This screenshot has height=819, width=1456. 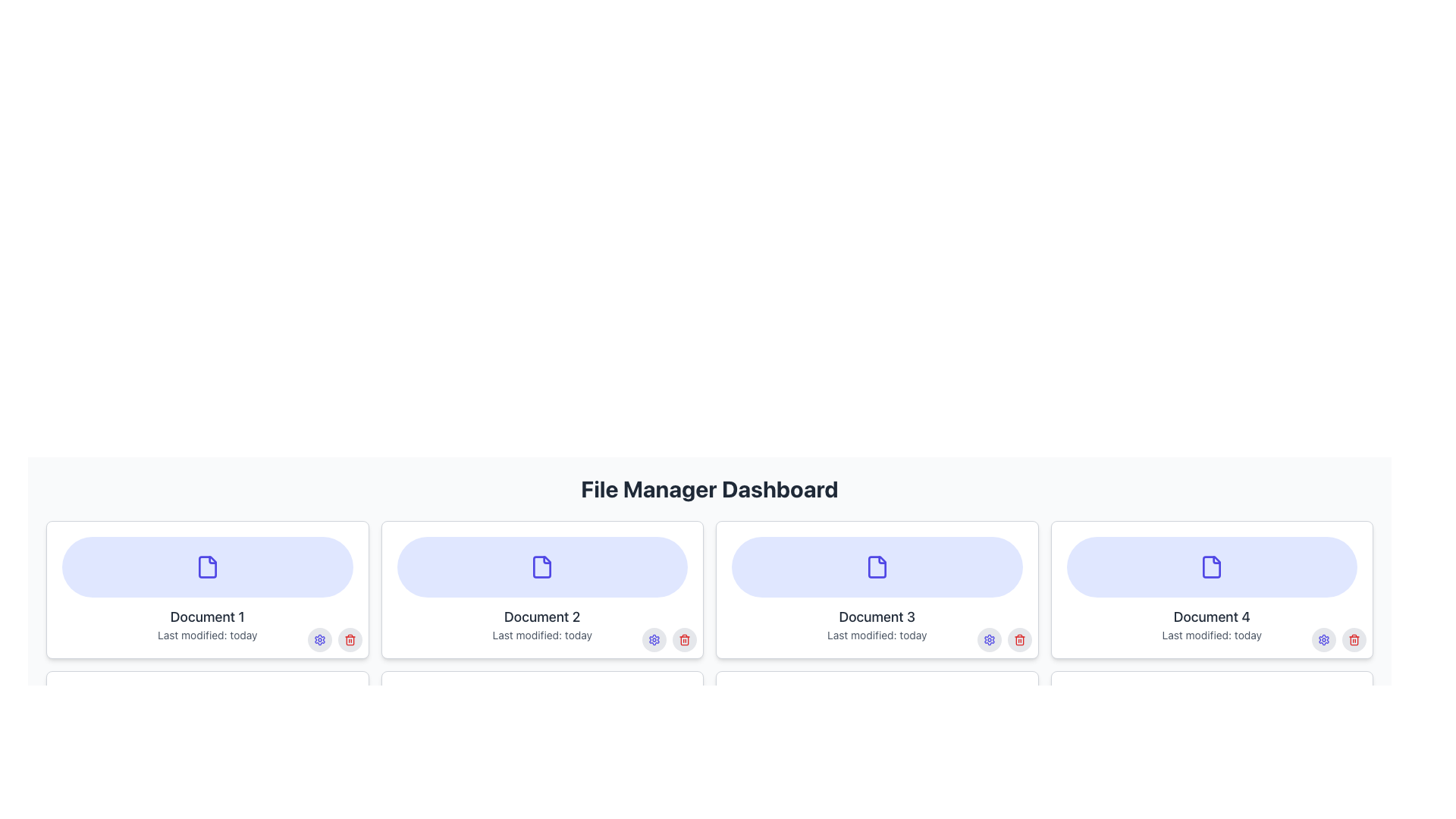 I want to click on the document icon, so click(x=206, y=567).